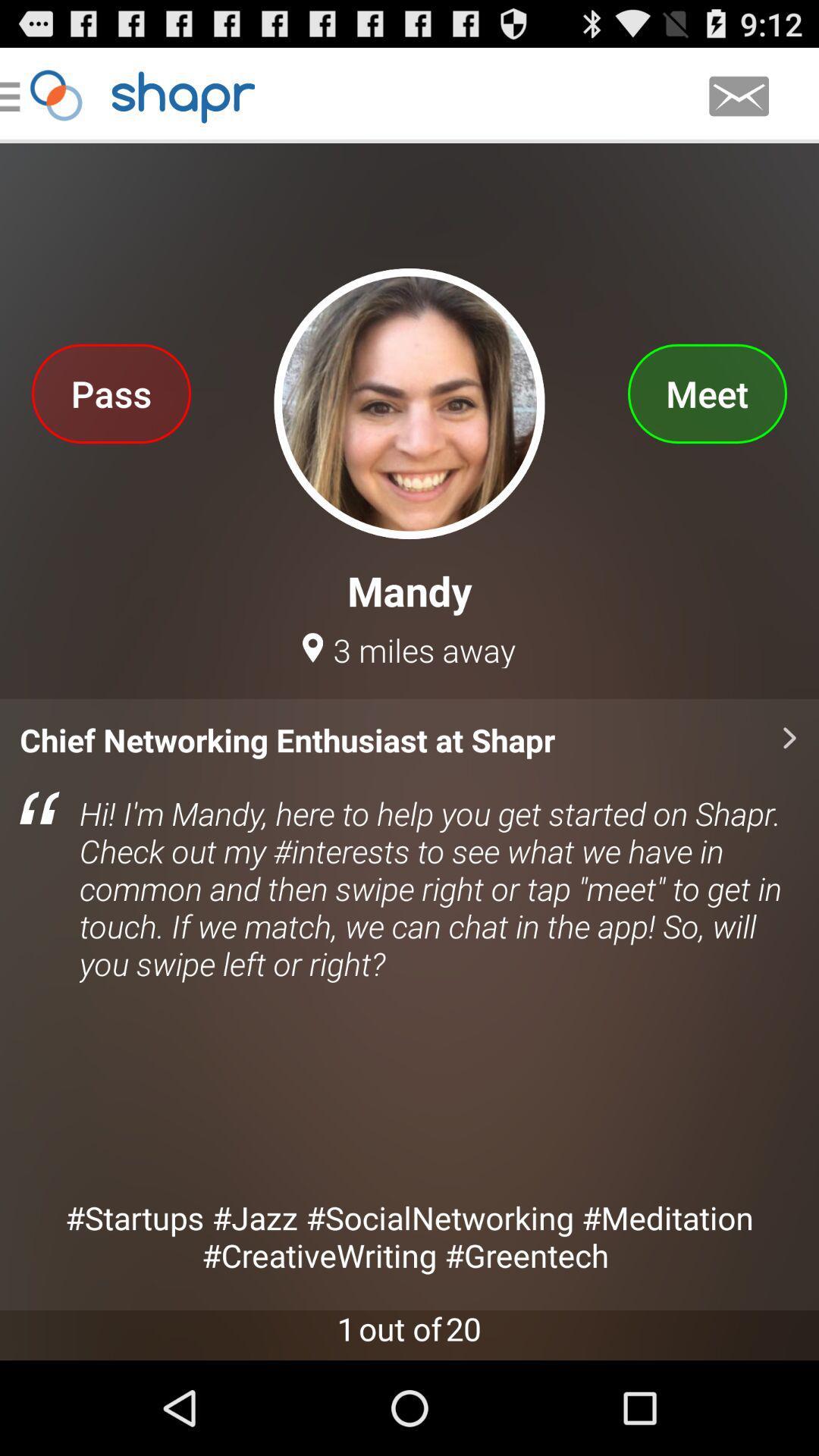  Describe the element at coordinates (110, 393) in the screenshot. I see `the icon above the mandy icon` at that location.